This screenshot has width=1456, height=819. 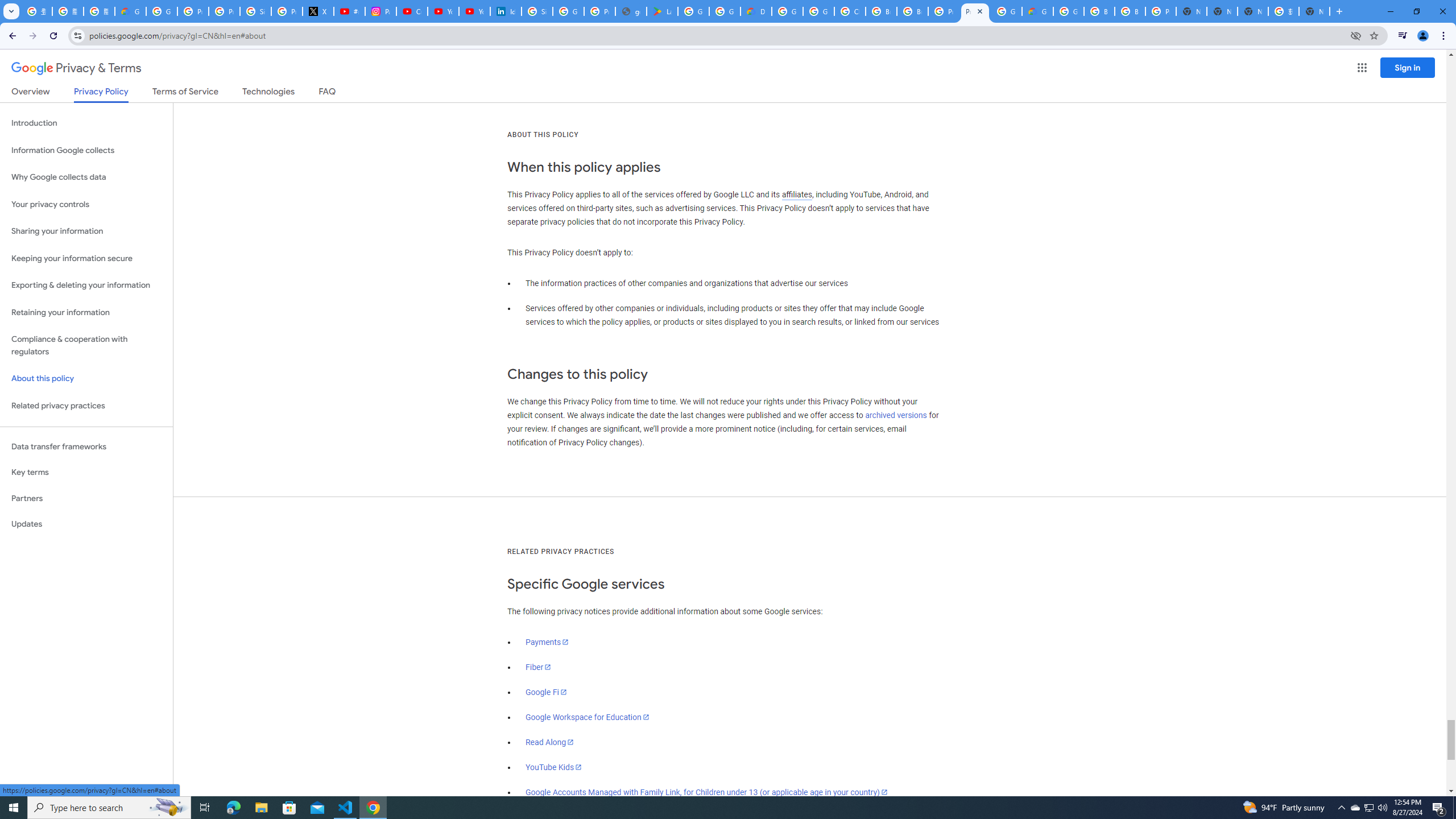 I want to click on 'Keeping your information secure', so click(x=86, y=259).